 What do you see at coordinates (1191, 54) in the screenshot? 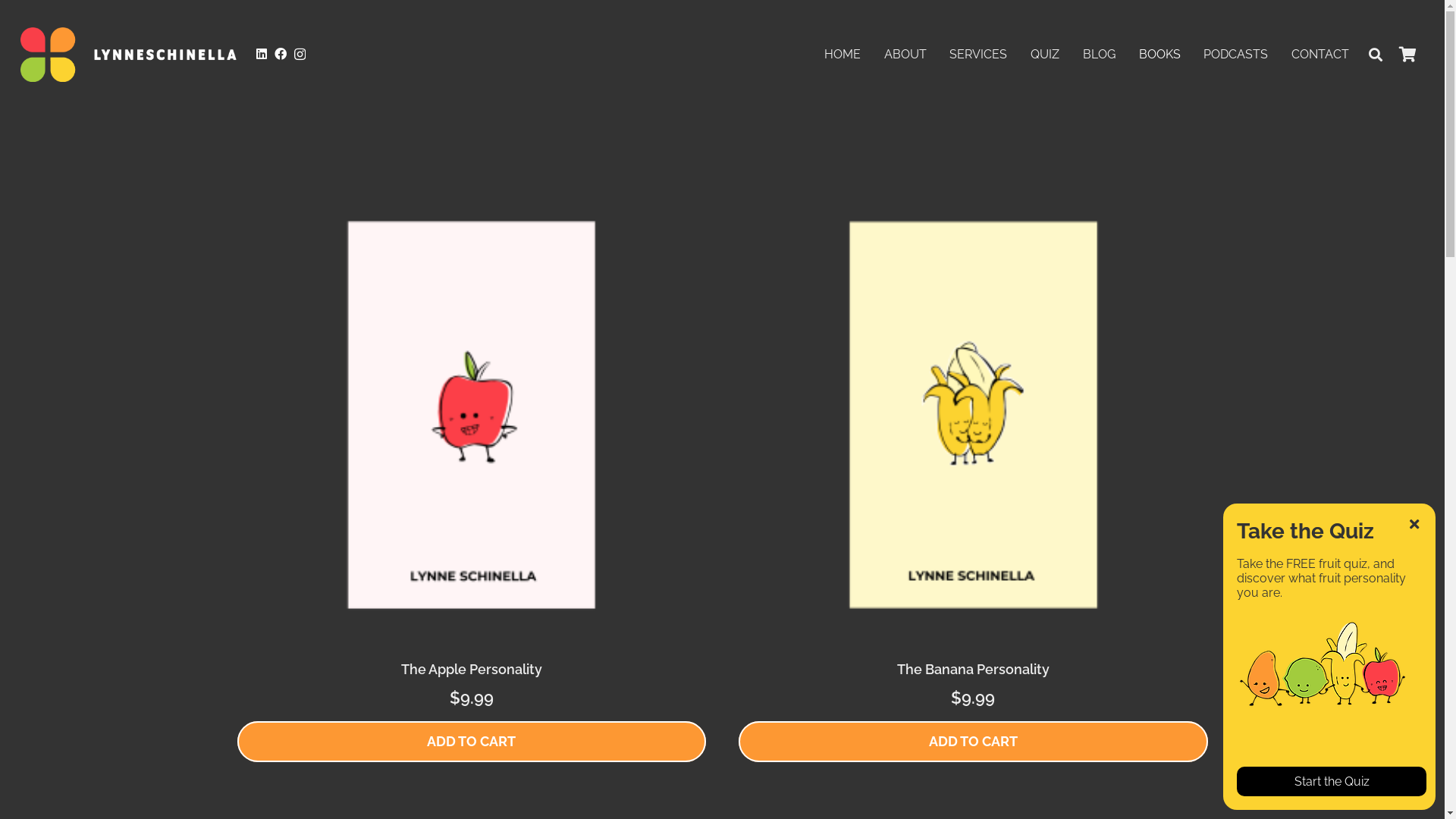
I see `'PODCASTS'` at bounding box center [1191, 54].